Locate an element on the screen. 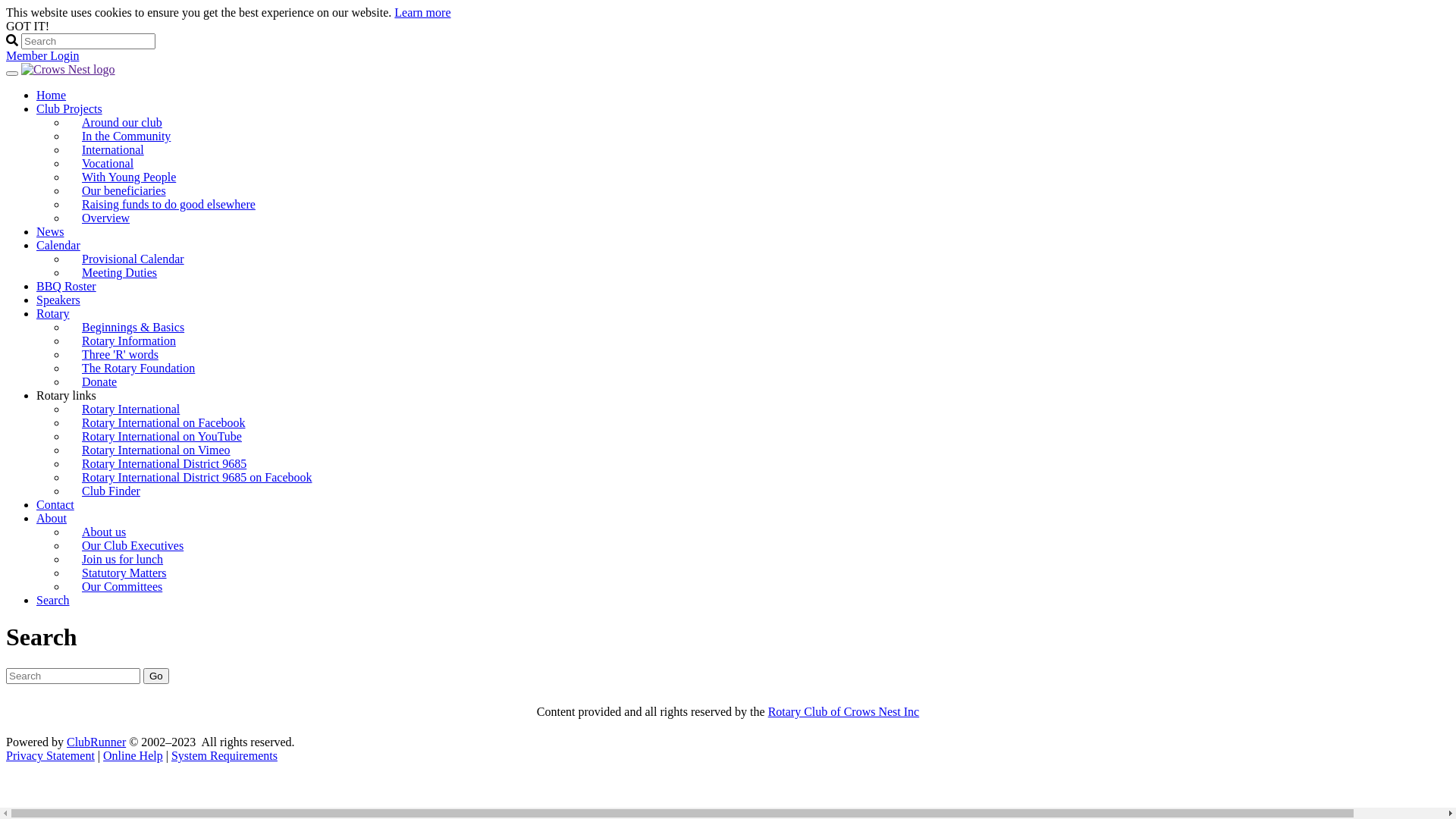 The width and height of the screenshot is (1456, 819). 'In the Community' is located at coordinates (65, 135).